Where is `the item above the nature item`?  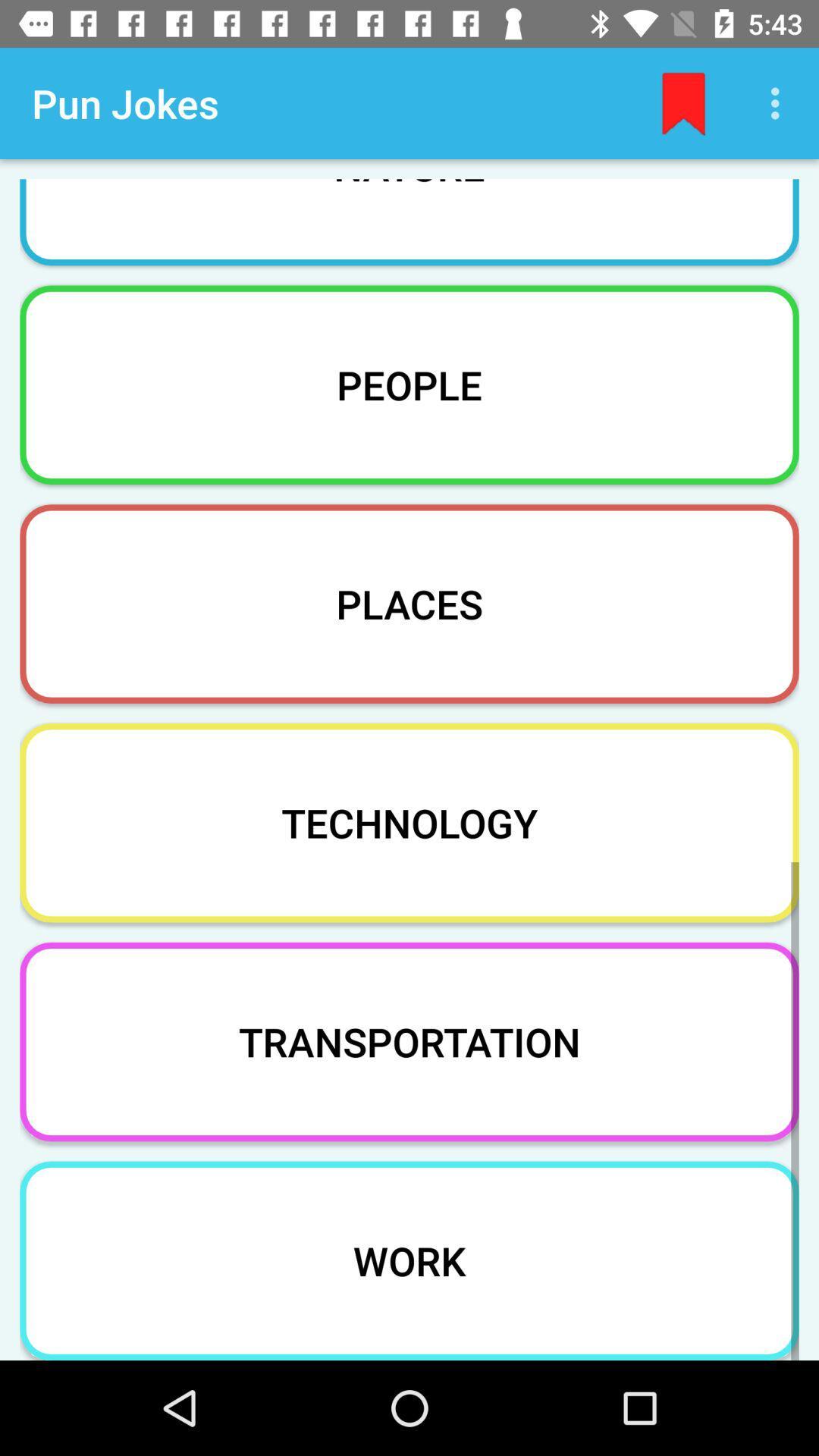
the item above the nature item is located at coordinates (779, 102).